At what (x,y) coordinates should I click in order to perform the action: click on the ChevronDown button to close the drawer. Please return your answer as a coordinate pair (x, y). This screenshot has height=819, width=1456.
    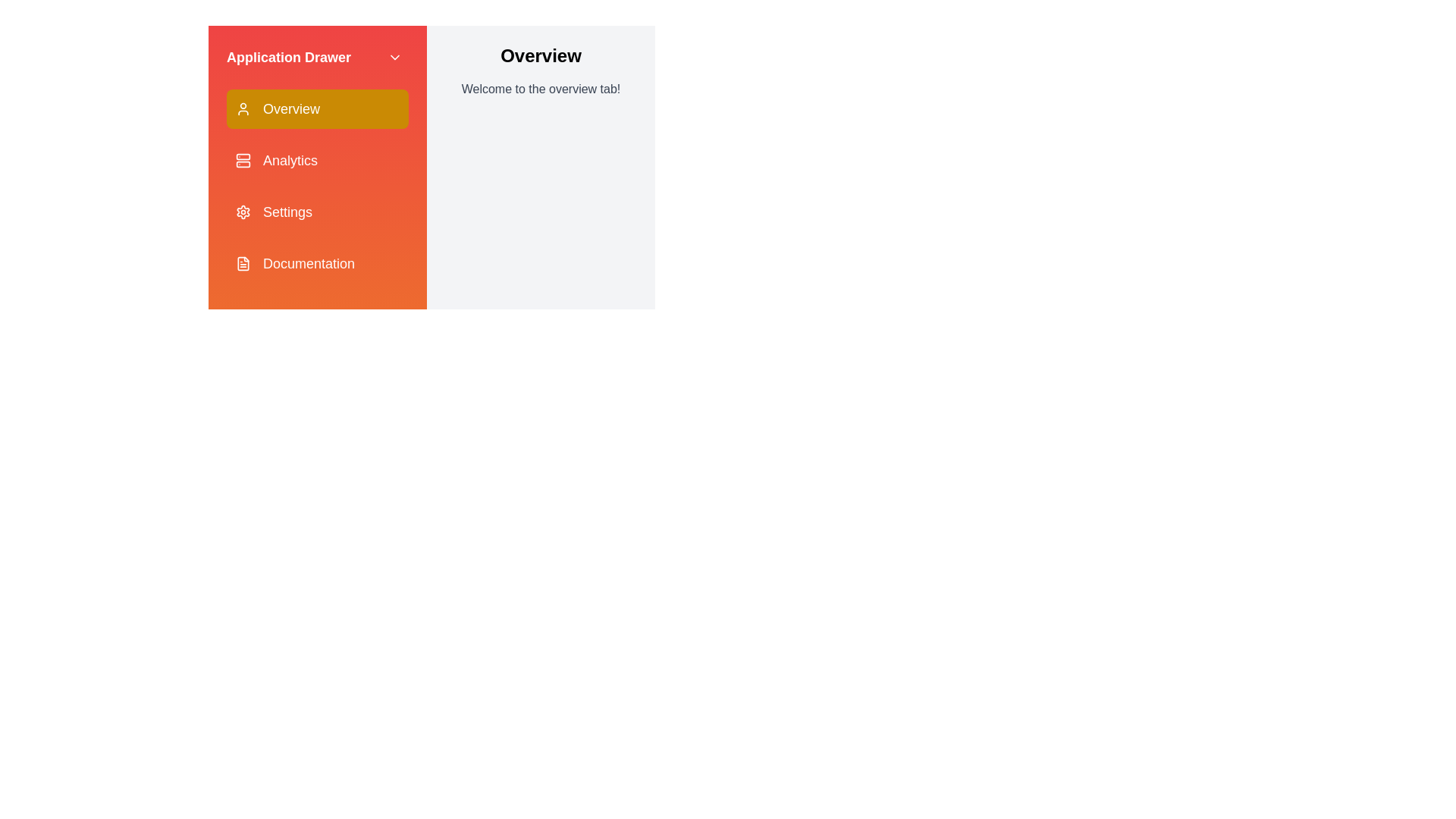
    Looking at the image, I should click on (395, 57).